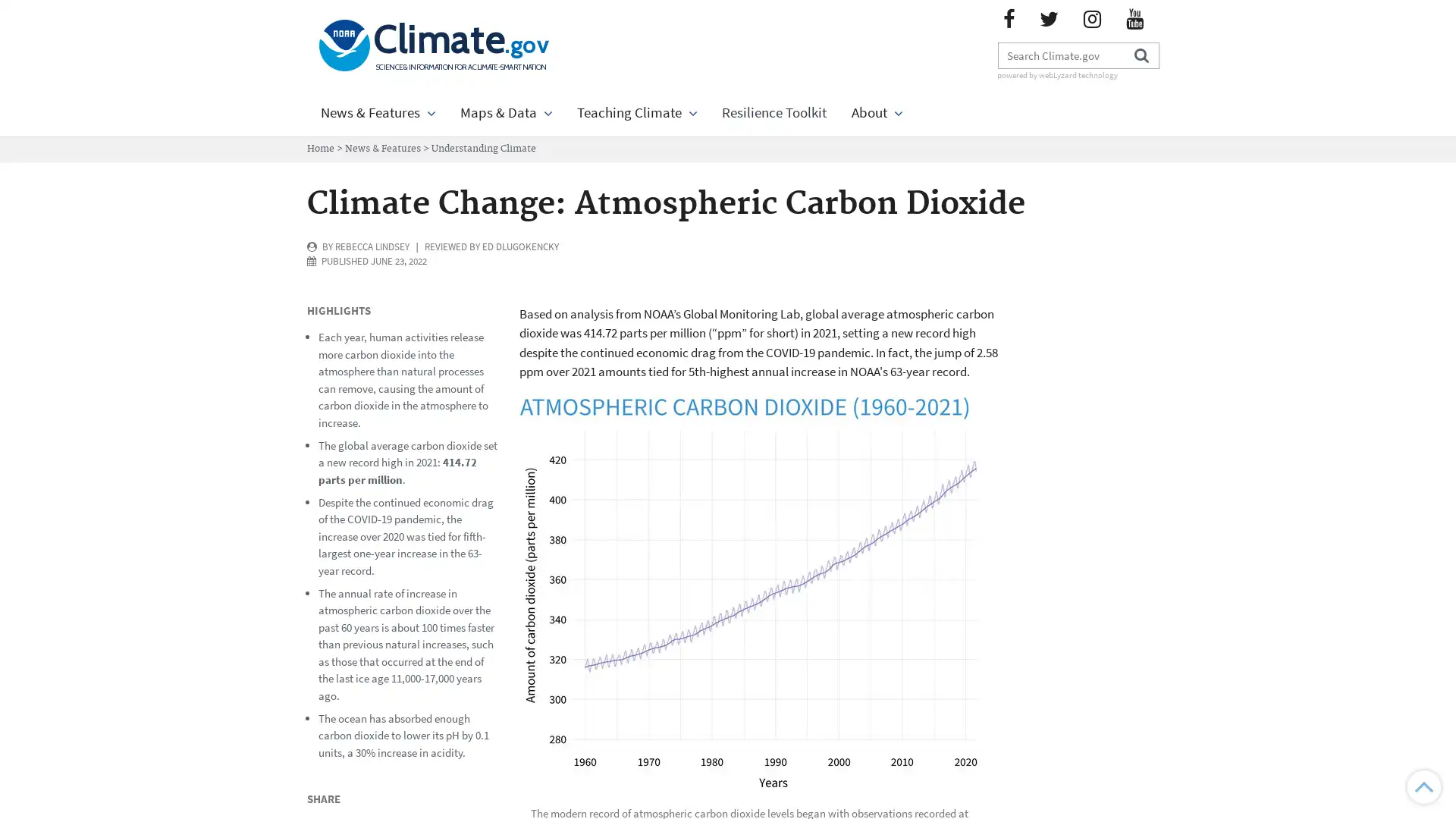 This screenshot has width=1456, height=819. Describe the element at coordinates (506, 111) in the screenshot. I see `Maps & Data` at that location.